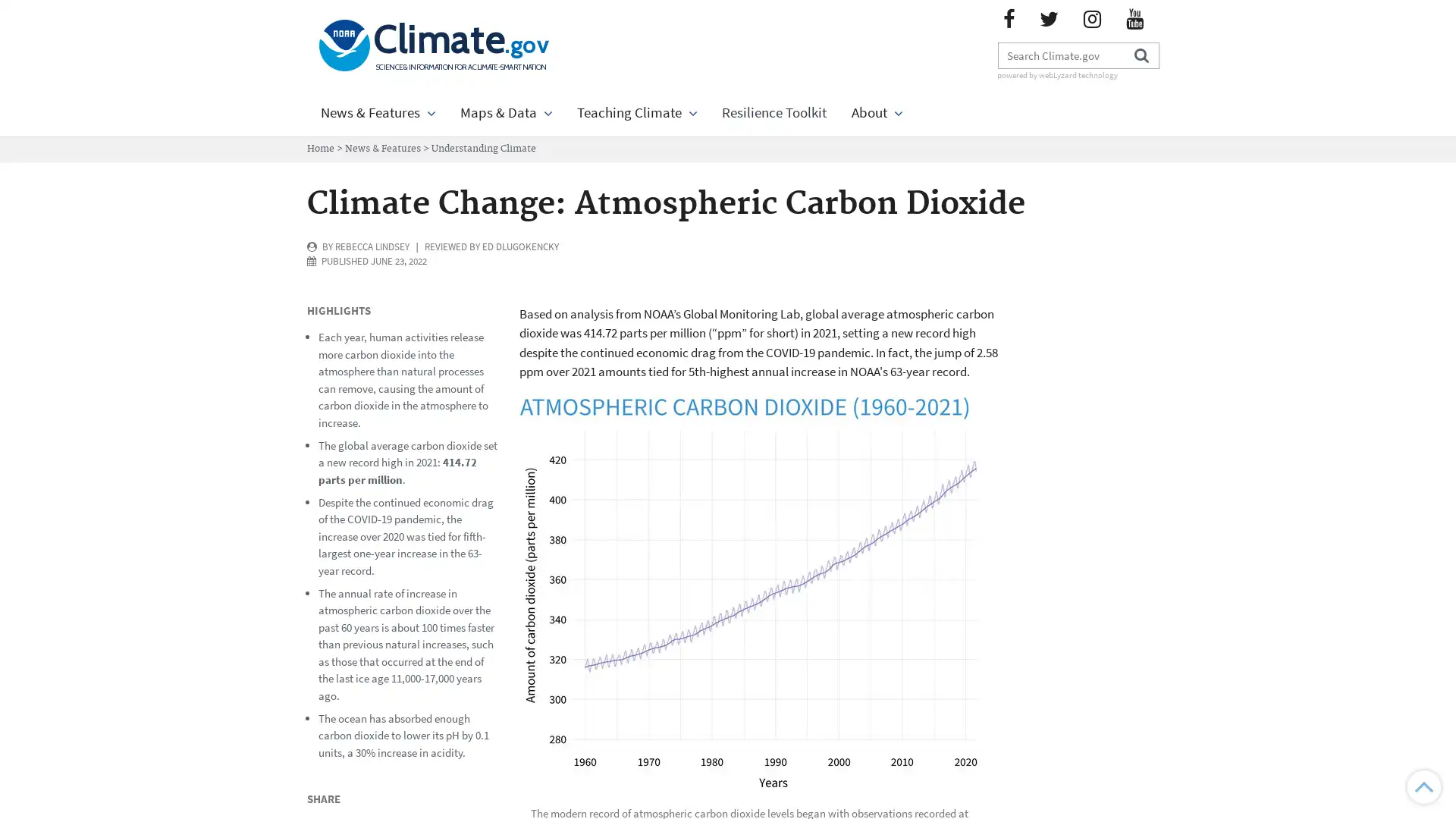 This screenshot has width=1456, height=819. Describe the element at coordinates (506, 111) in the screenshot. I see `Maps & Data` at that location.